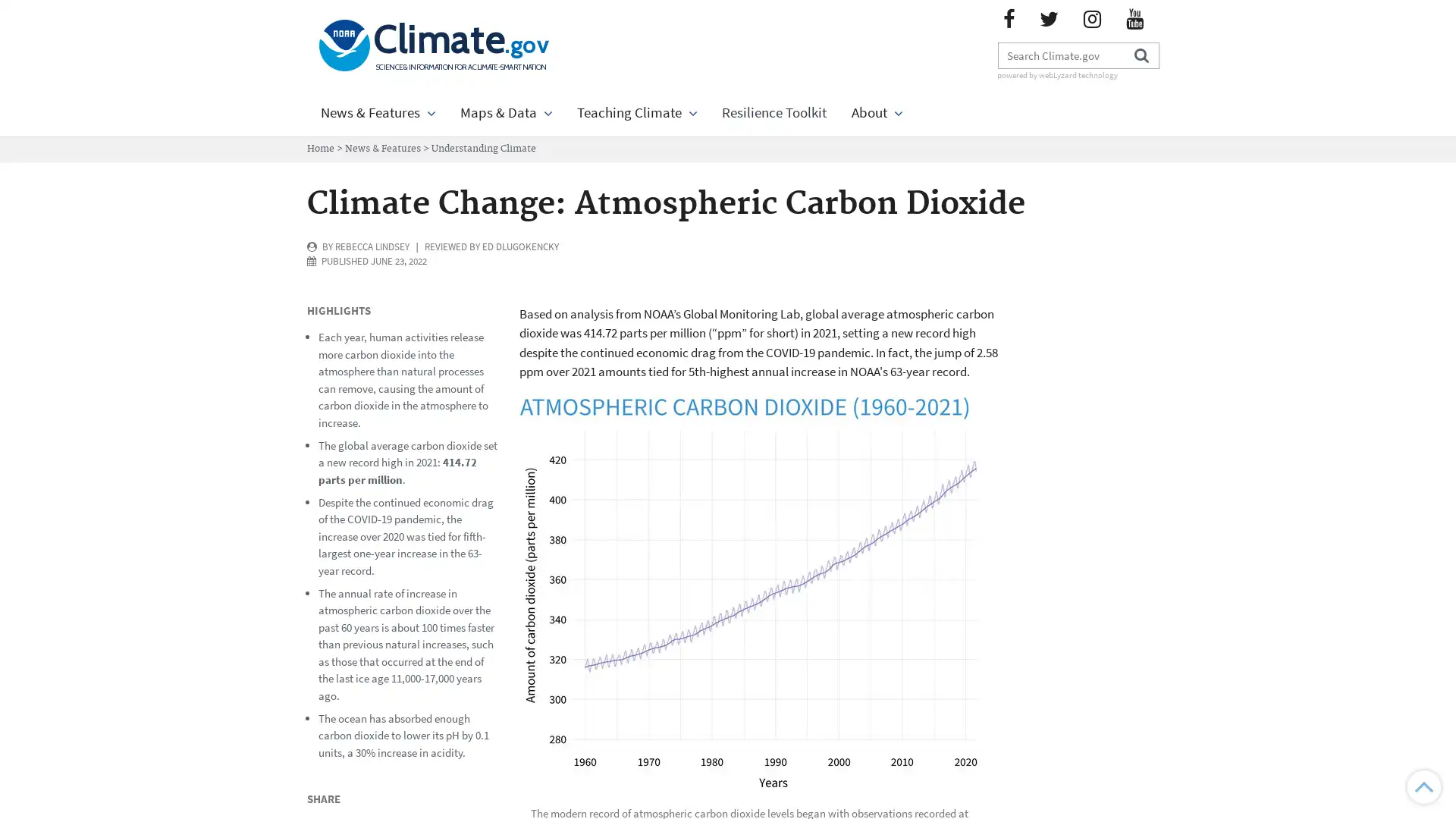 This screenshot has width=1456, height=819. Describe the element at coordinates (506, 111) in the screenshot. I see `Maps & Data` at that location.